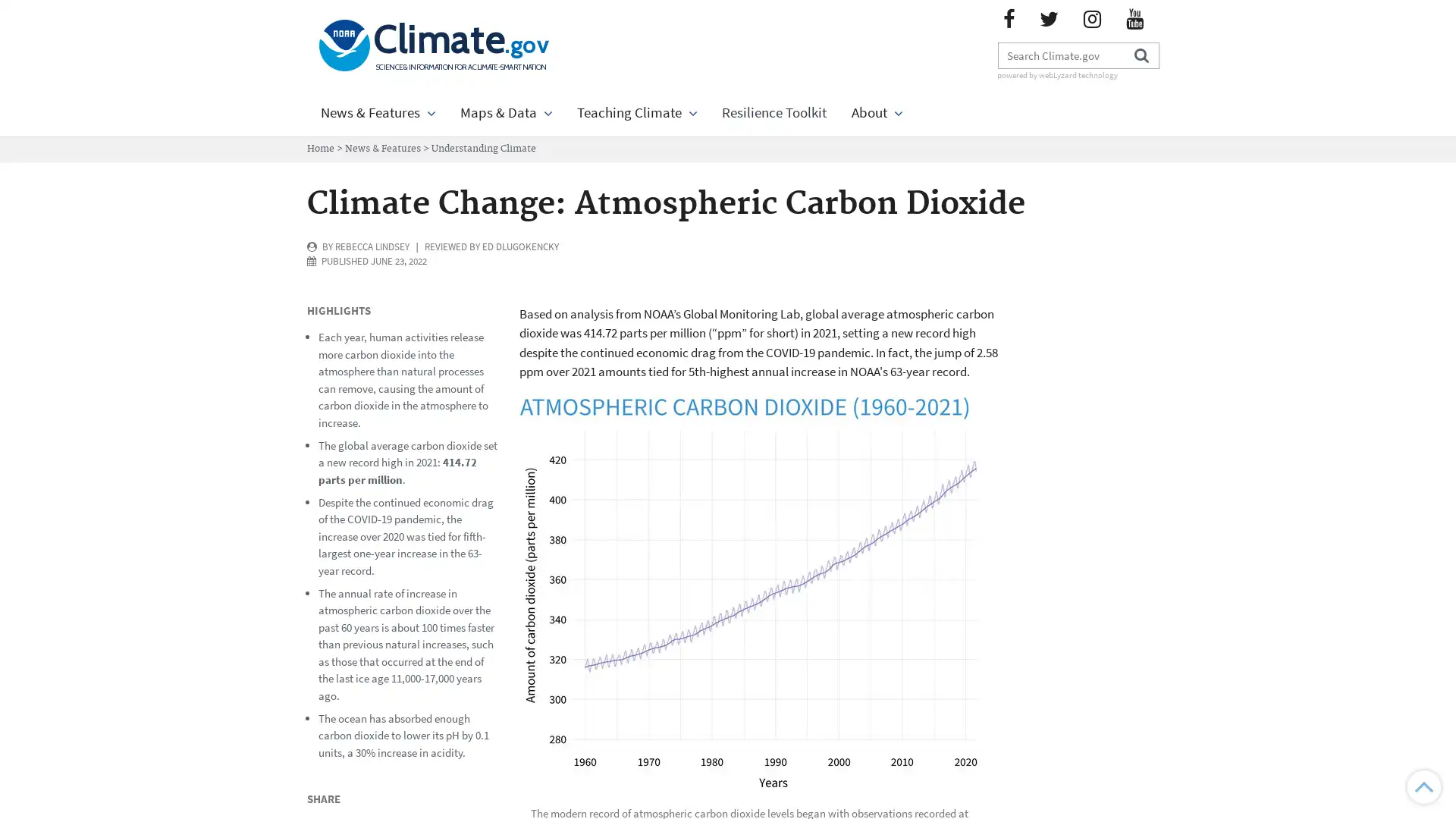 This screenshot has width=1456, height=819. Describe the element at coordinates (506, 111) in the screenshot. I see `Maps & Data` at that location.